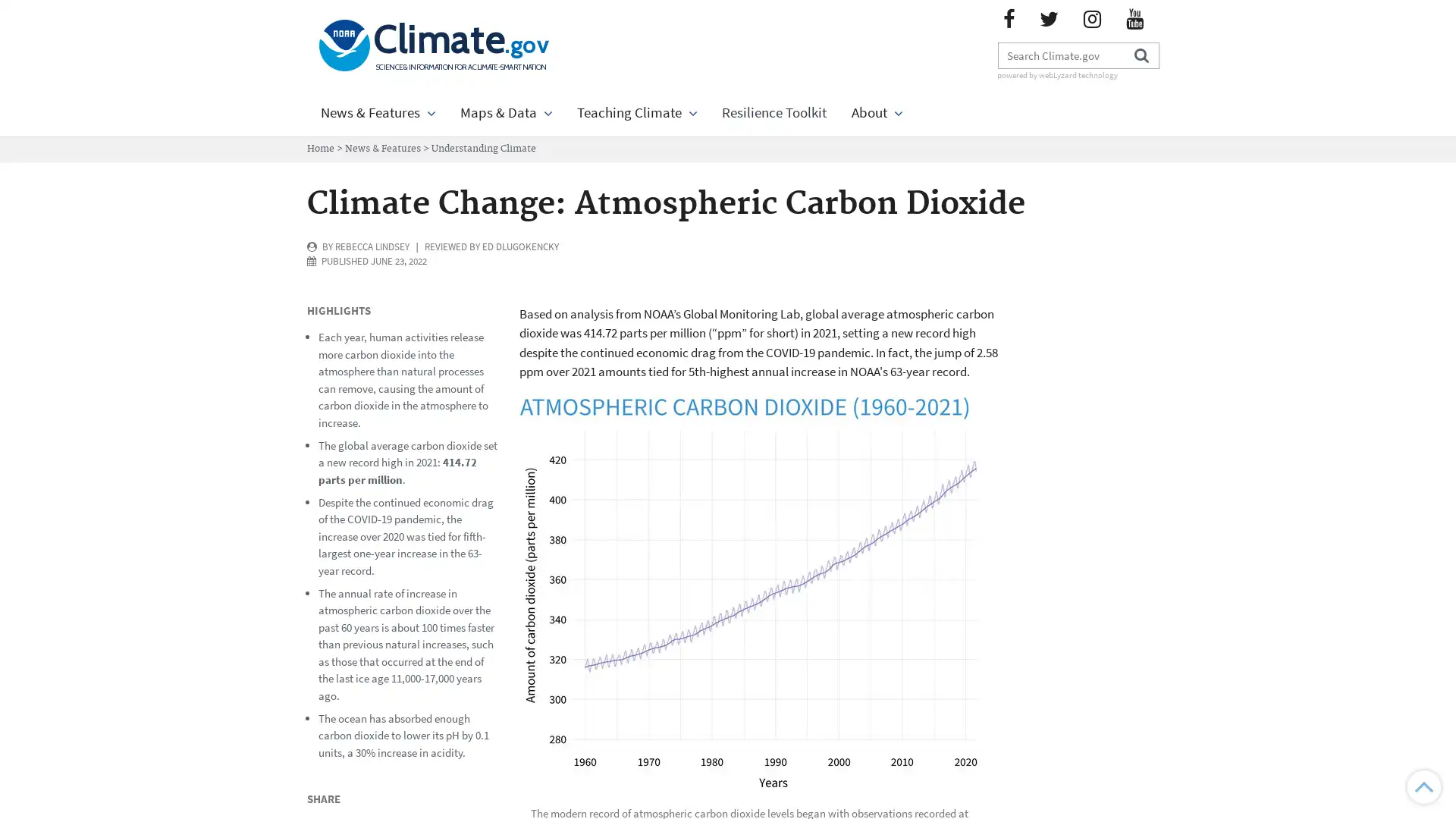 This screenshot has width=1456, height=819. Describe the element at coordinates (506, 111) in the screenshot. I see `Maps & Data` at that location.